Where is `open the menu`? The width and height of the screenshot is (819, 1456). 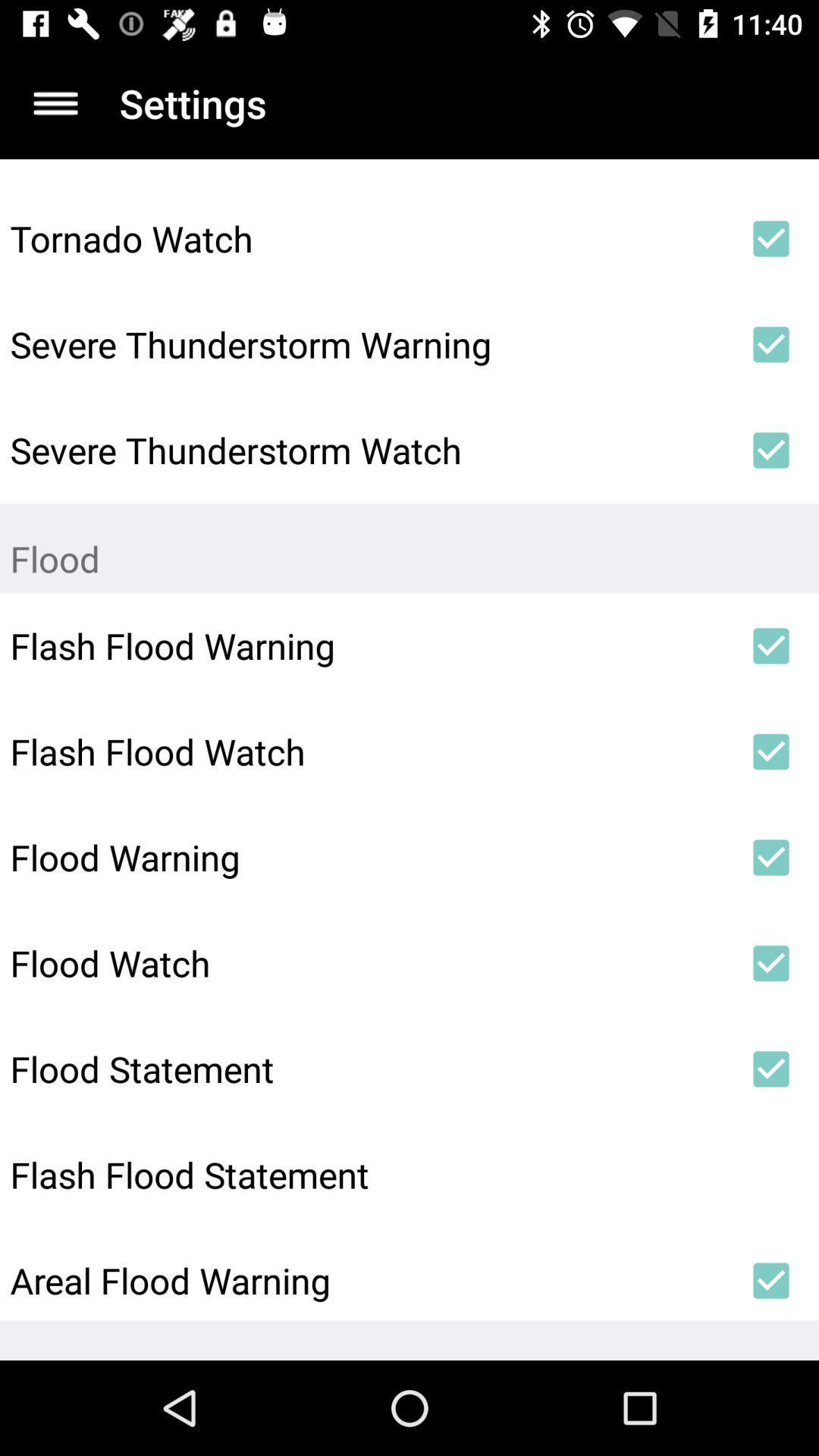 open the menu is located at coordinates (55, 102).